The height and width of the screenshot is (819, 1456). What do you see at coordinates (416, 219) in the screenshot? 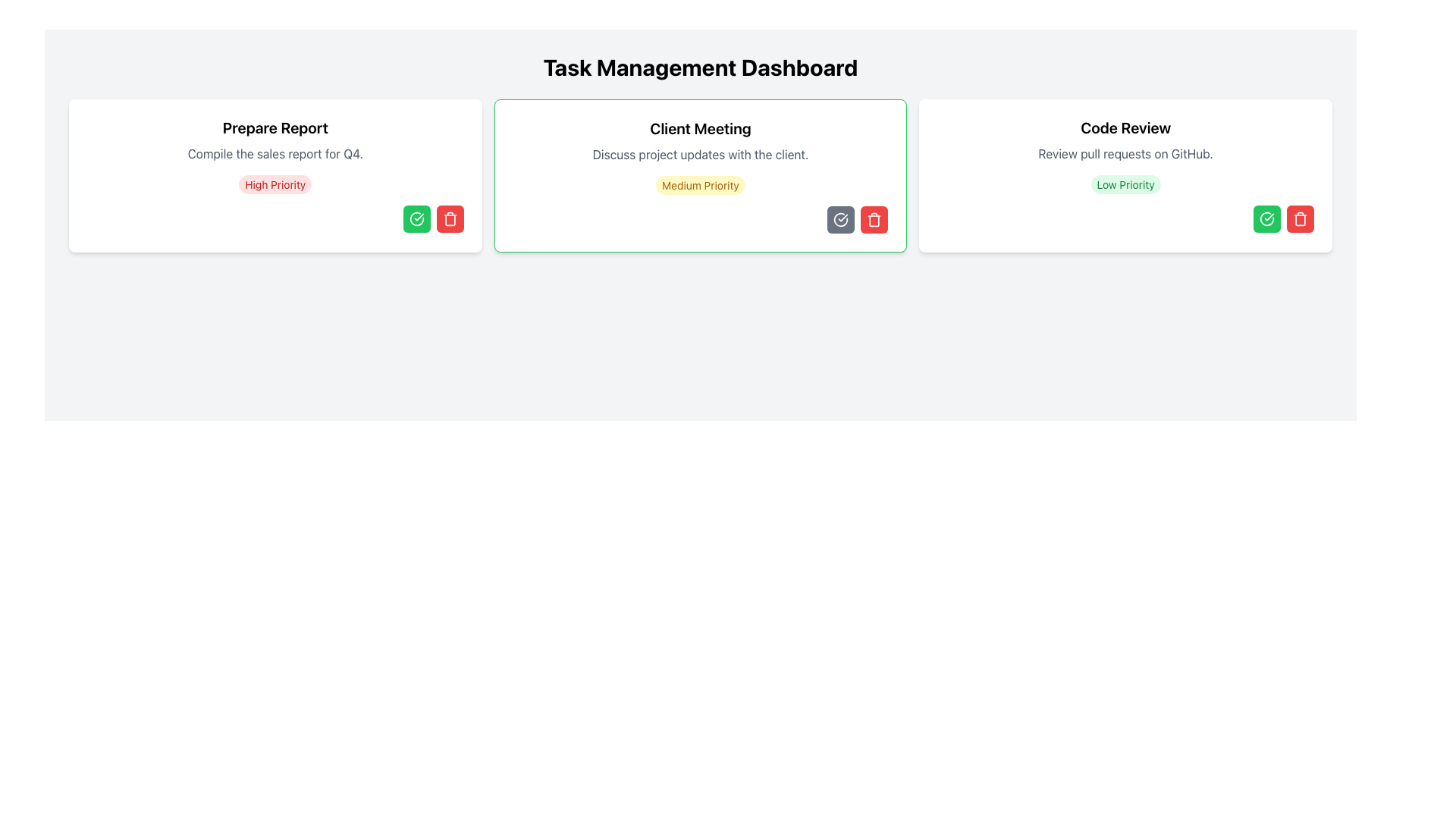
I see `the action button located in the bottom-right corner of the 'Prepare Report' card for tooltip or additional feedback` at bounding box center [416, 219].